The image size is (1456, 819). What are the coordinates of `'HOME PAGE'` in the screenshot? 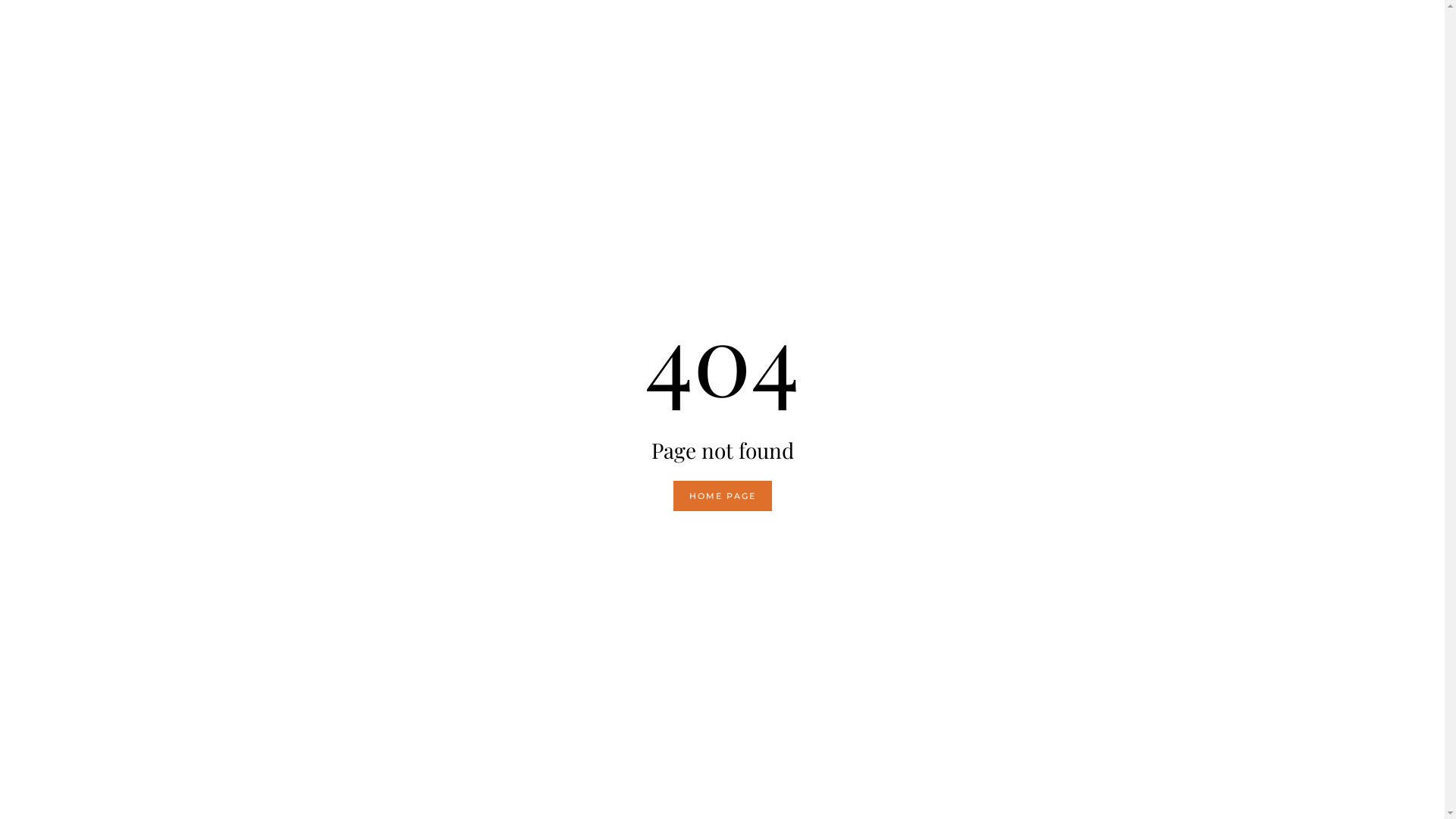 It's located at (722, 496).